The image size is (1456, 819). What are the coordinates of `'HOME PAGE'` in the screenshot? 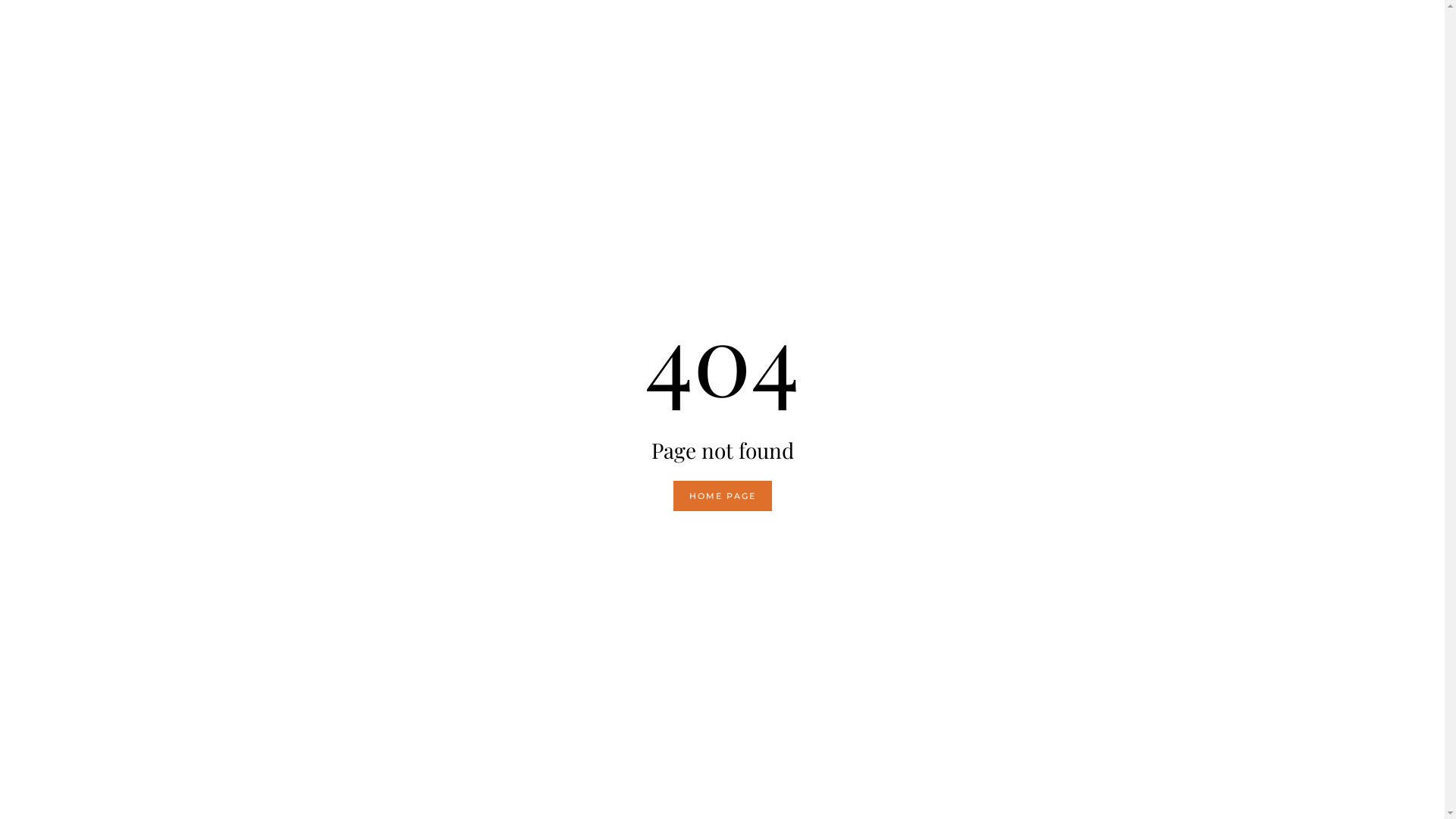 It's located at (722, 496).